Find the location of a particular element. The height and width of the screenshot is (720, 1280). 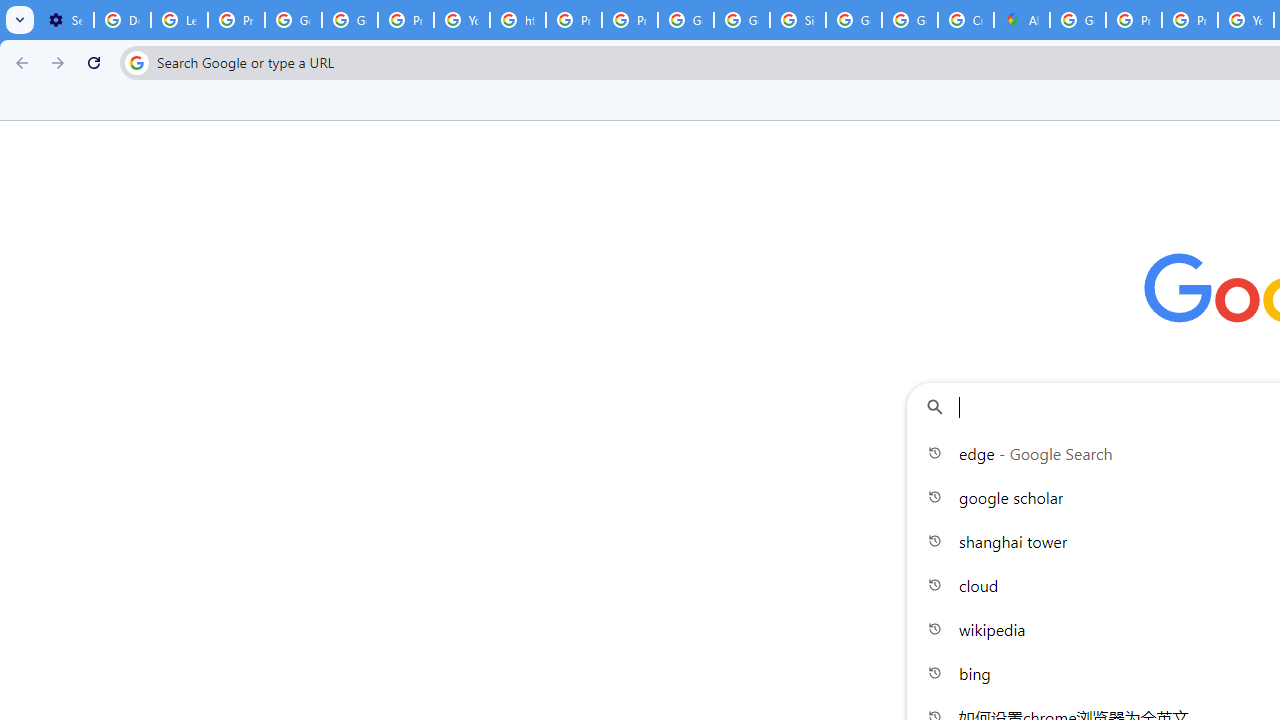

'Privacy Help Center - Policies Help' is located at coordinates (1134, 20).